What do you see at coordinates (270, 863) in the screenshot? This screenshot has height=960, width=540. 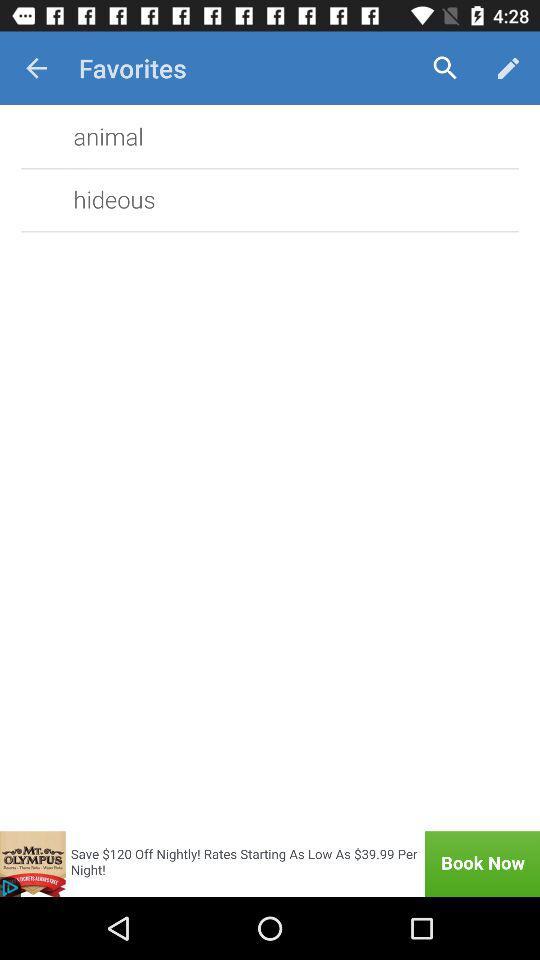 I see `open advertisement` at bounding box center [270, 863].